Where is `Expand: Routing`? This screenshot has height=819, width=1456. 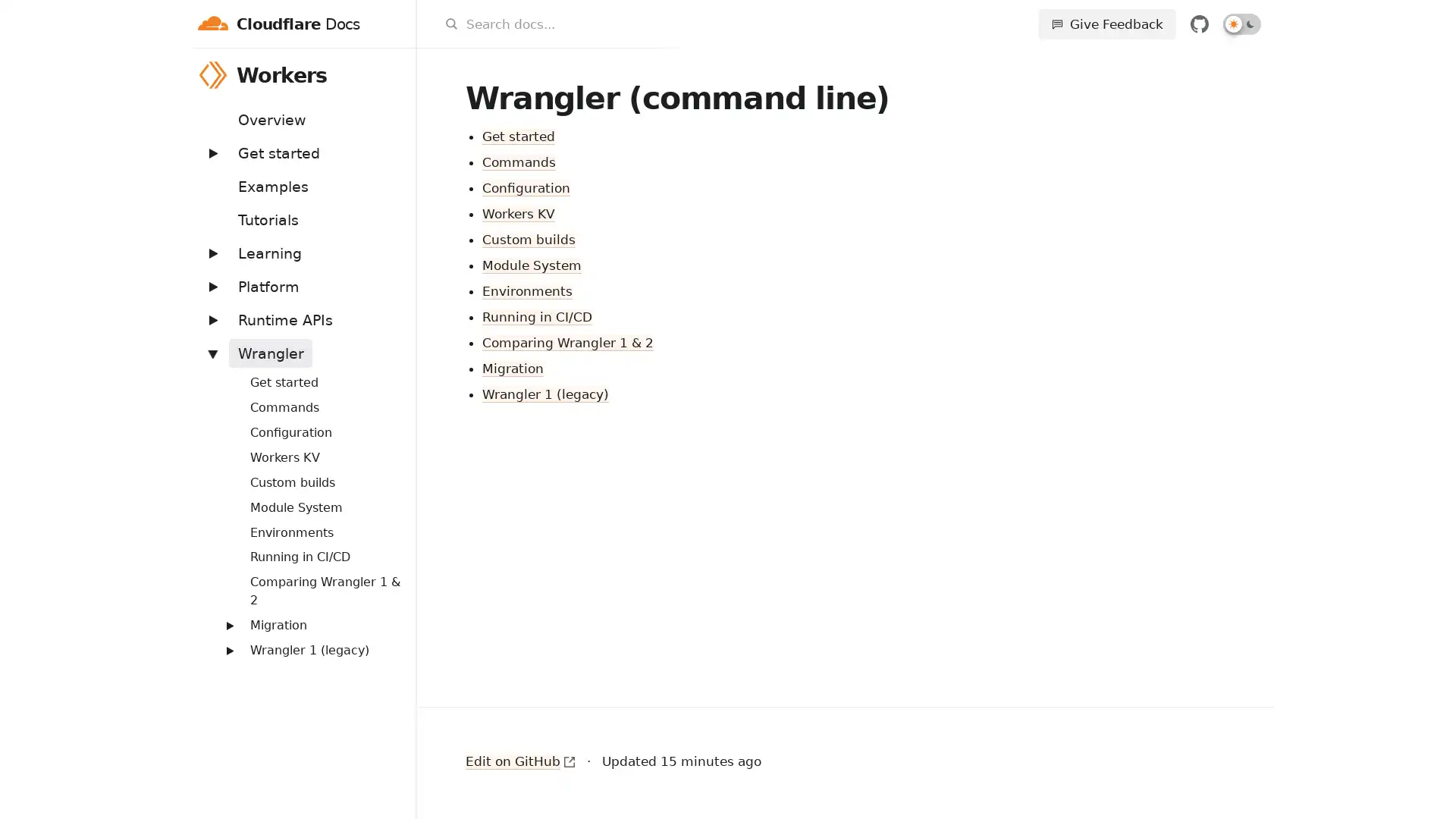
Expand: Routing is located at coordinates (221, 640).